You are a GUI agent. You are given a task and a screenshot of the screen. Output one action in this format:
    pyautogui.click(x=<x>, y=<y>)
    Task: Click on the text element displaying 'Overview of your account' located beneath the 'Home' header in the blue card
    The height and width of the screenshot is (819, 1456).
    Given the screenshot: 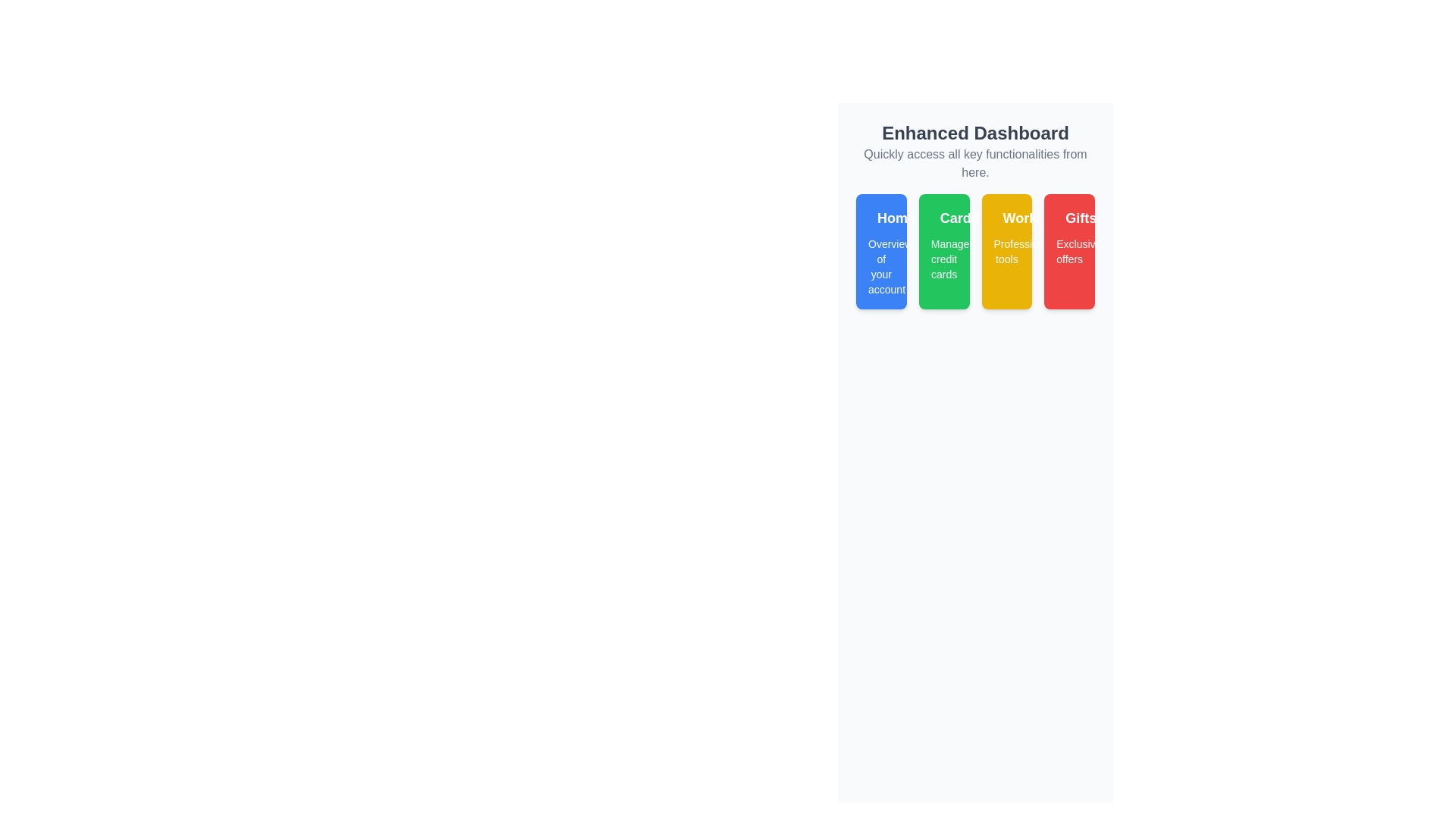 What is the action you would take?
    pyautogui.click(x=881, y=265)
    